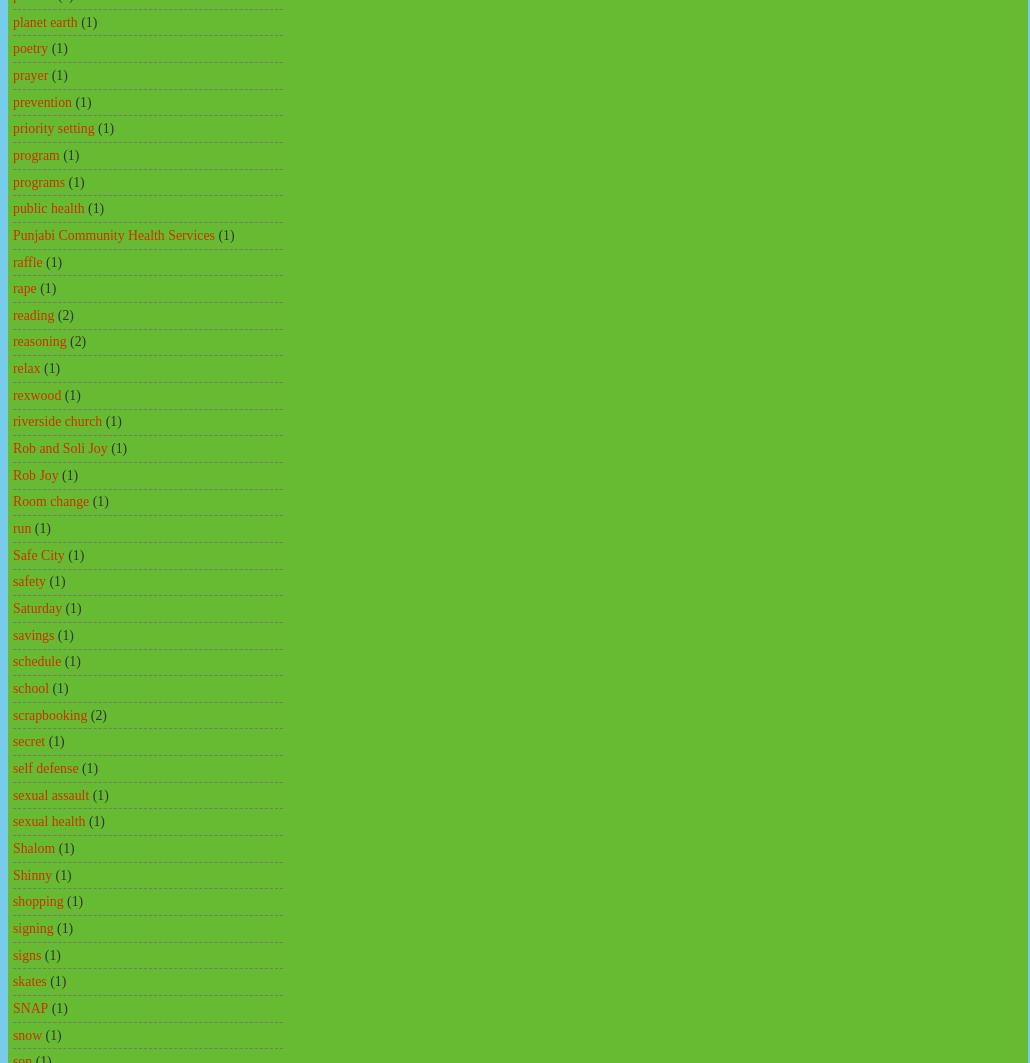 Image resolution: width=1030 pixels, height=1063 pixels. I want to click on 'skates', so click(12, 980).